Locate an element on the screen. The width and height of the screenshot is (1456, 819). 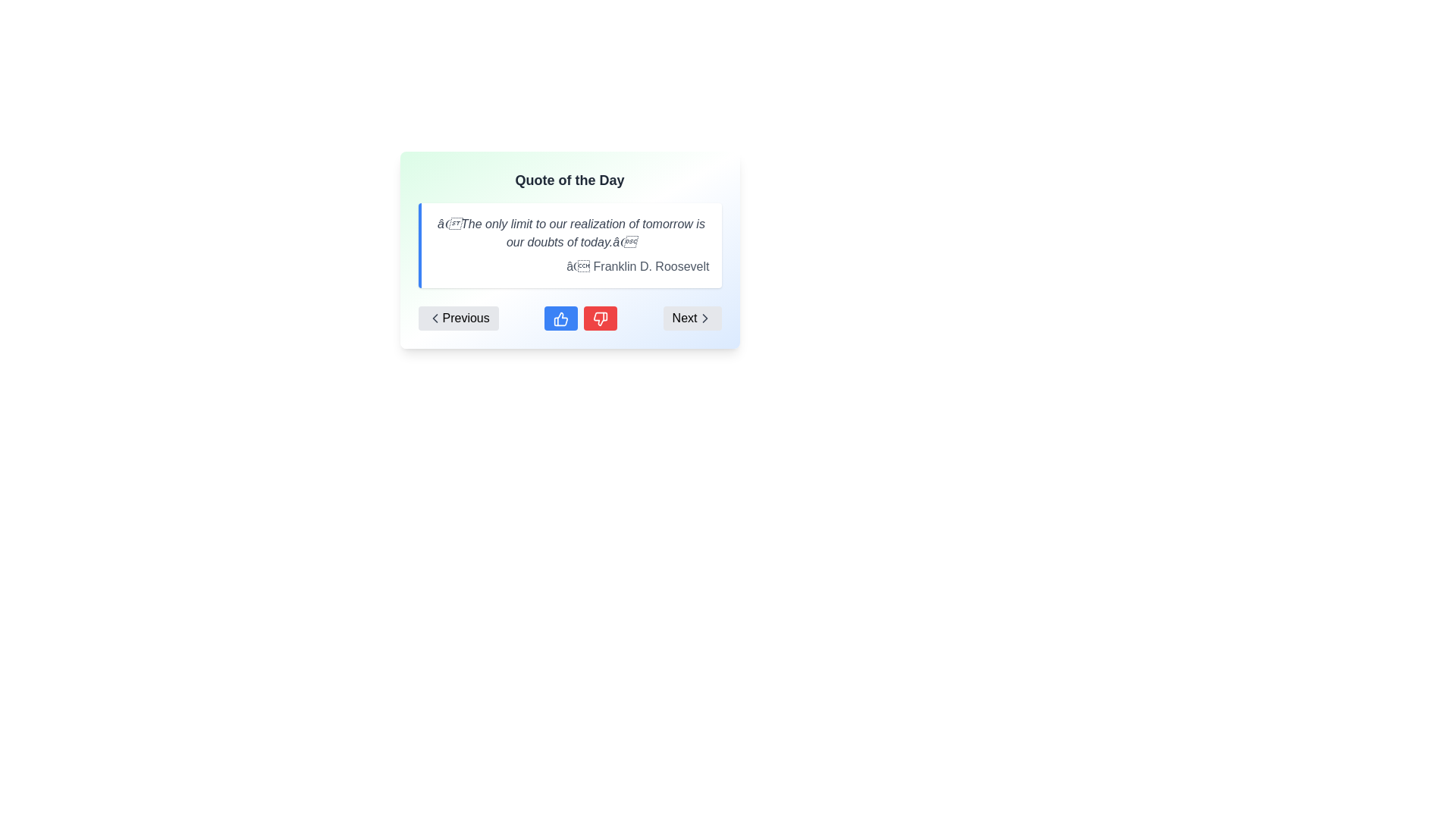
the thumbs-up button located centrally below the quote section to upvote is located at coordinates (580, 318).